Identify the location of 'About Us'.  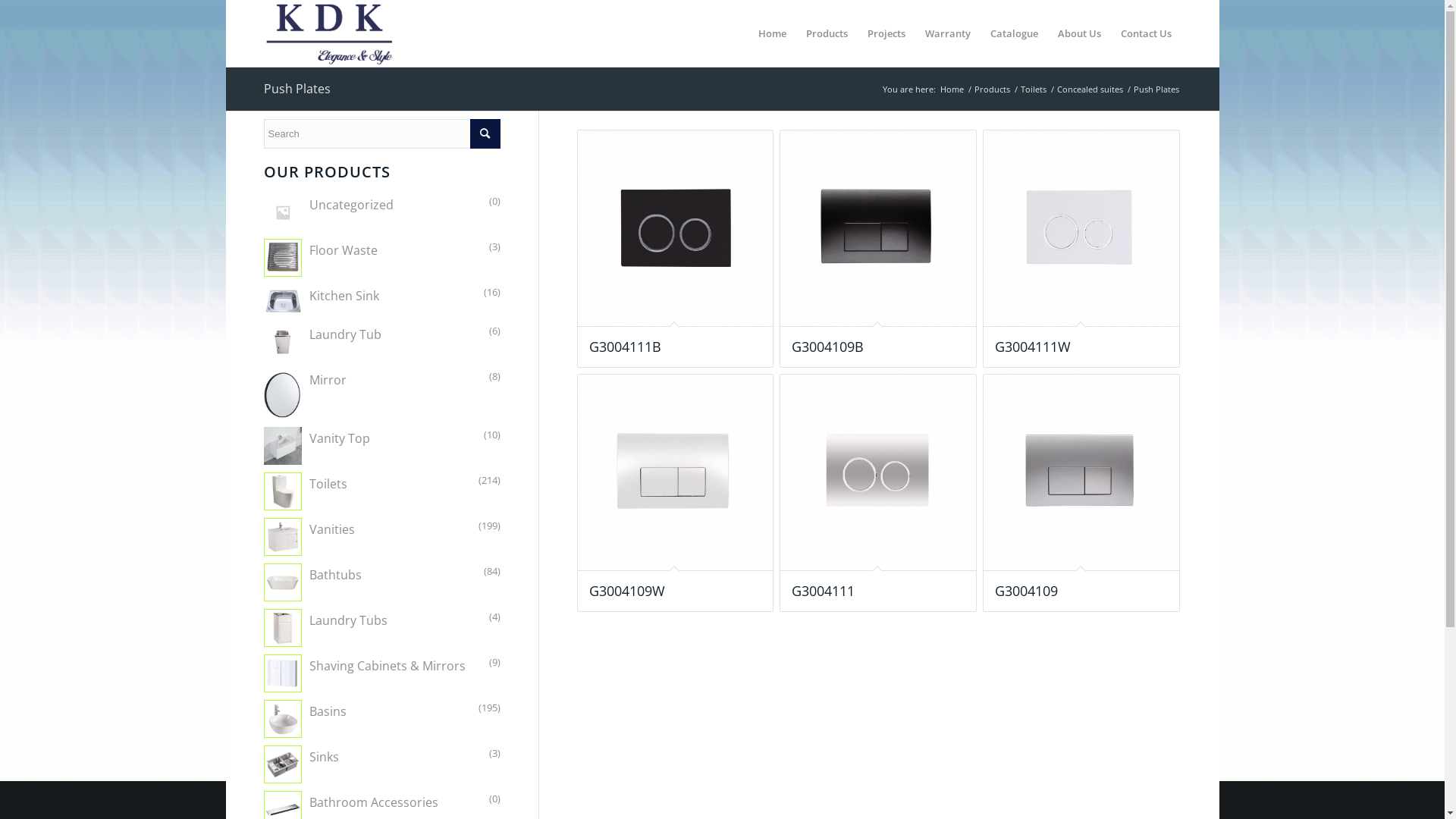
(1047, 33).